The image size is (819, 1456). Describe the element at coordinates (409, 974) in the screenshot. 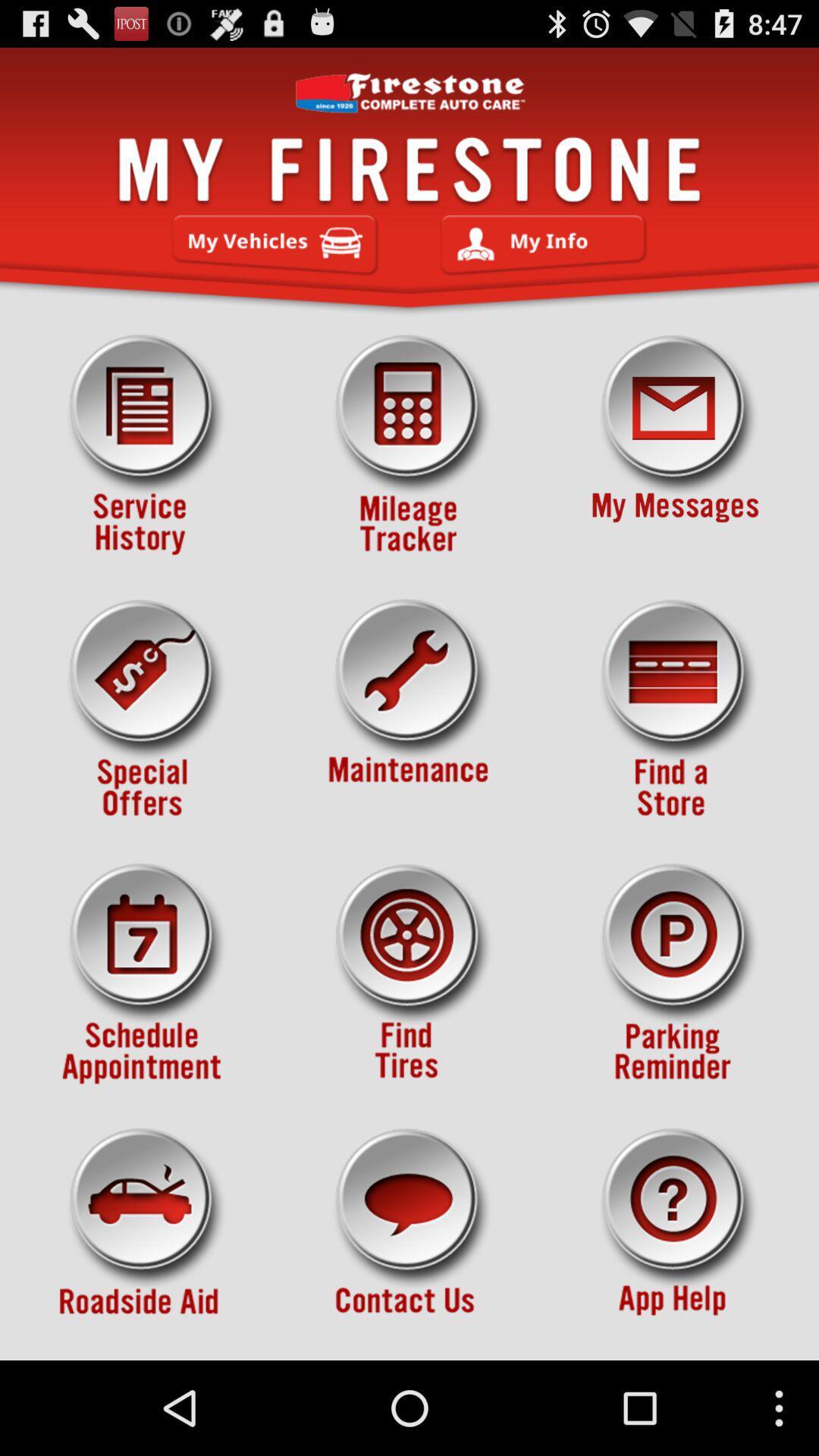

I see `find tires` at that location.